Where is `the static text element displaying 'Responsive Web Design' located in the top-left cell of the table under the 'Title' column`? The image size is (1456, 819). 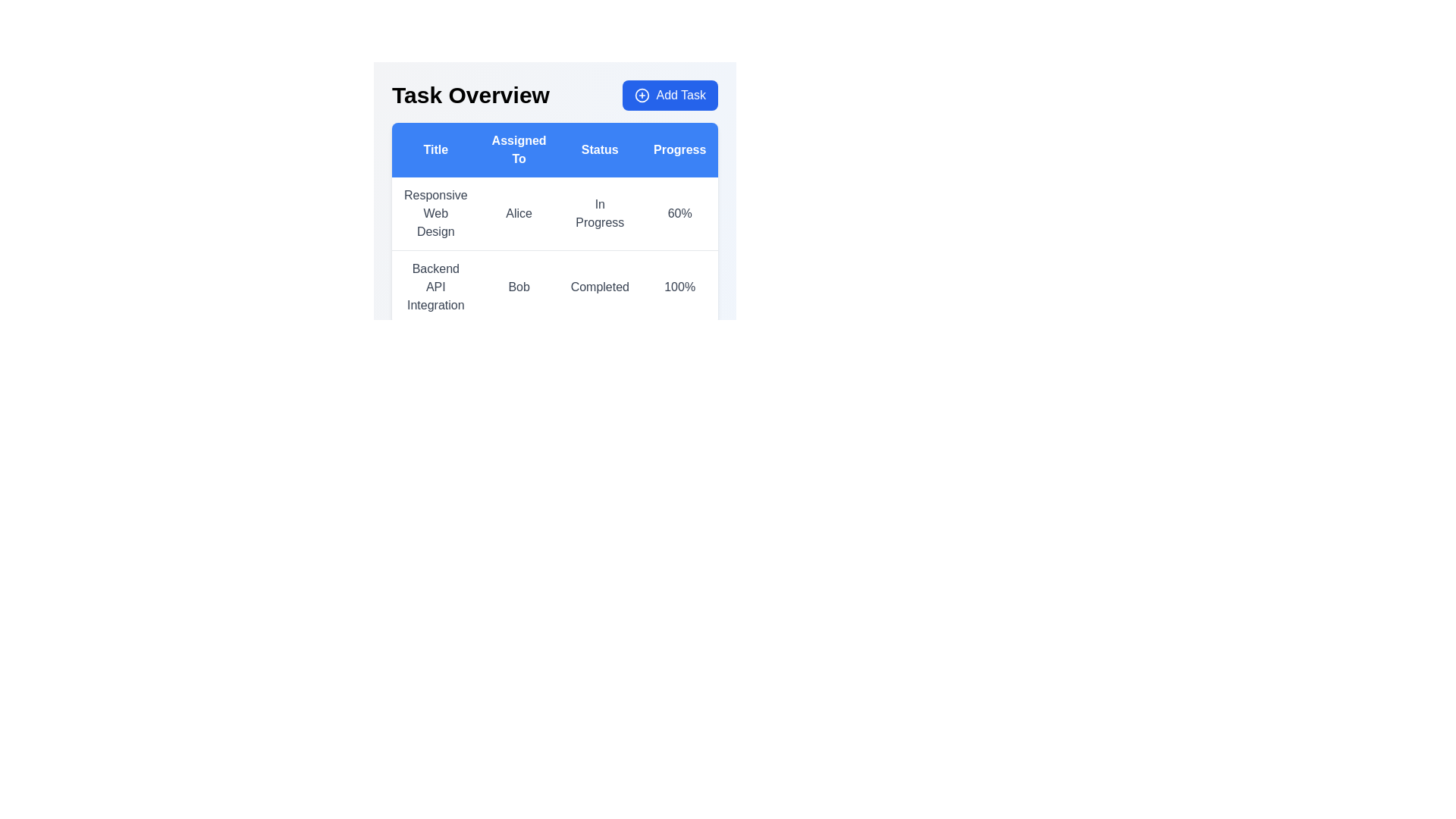 the static text element displaying 'Responsive Web Design' located in the top-left cell of the table under the 'Title' column is located at coordinates (435, 214).